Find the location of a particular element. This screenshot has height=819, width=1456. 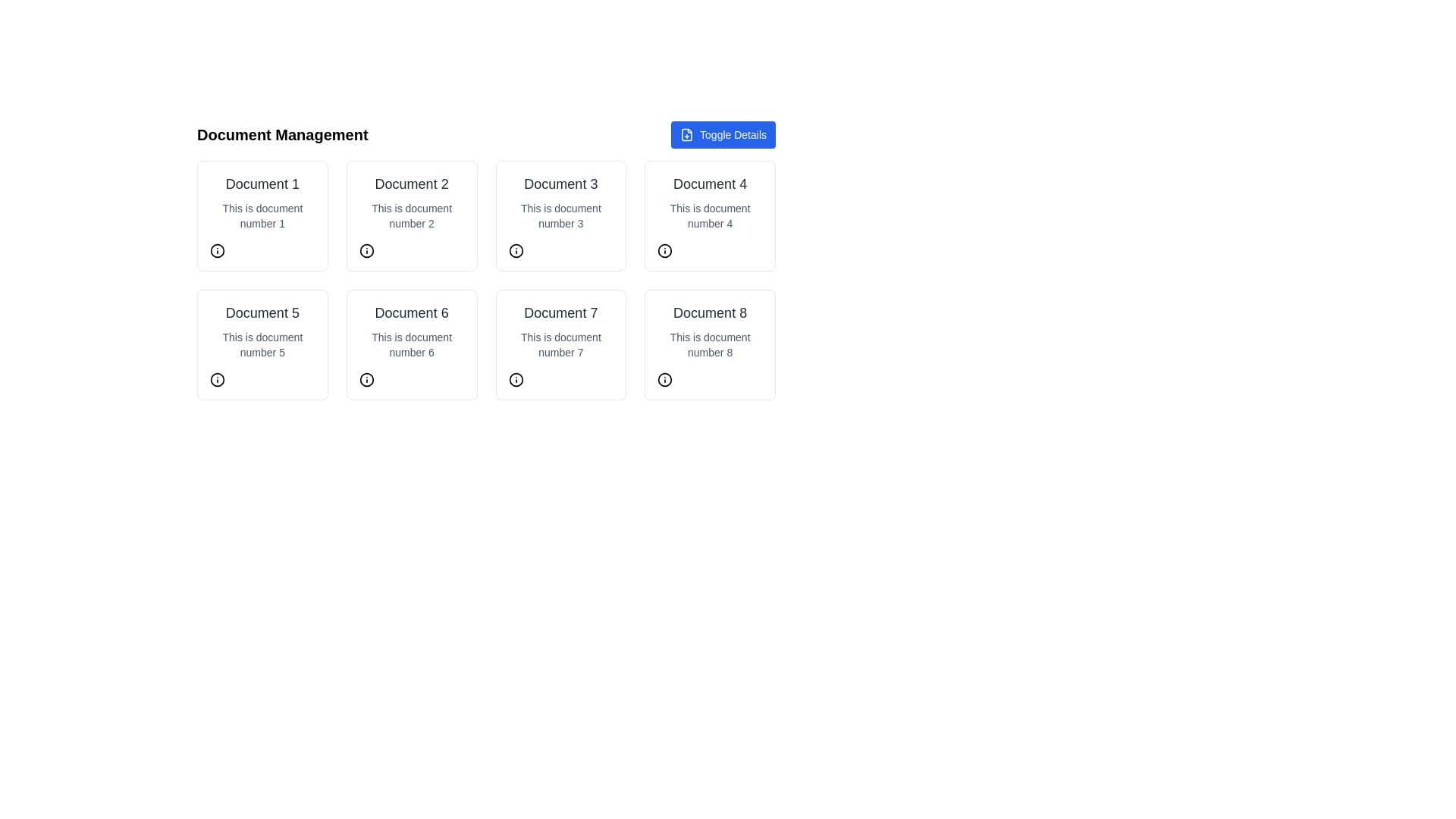

the text label reading 'This is document number 8', which is located within the 'Document 8' card, positioned in the lower region beneath the card title is located at coordinates (709, 345).